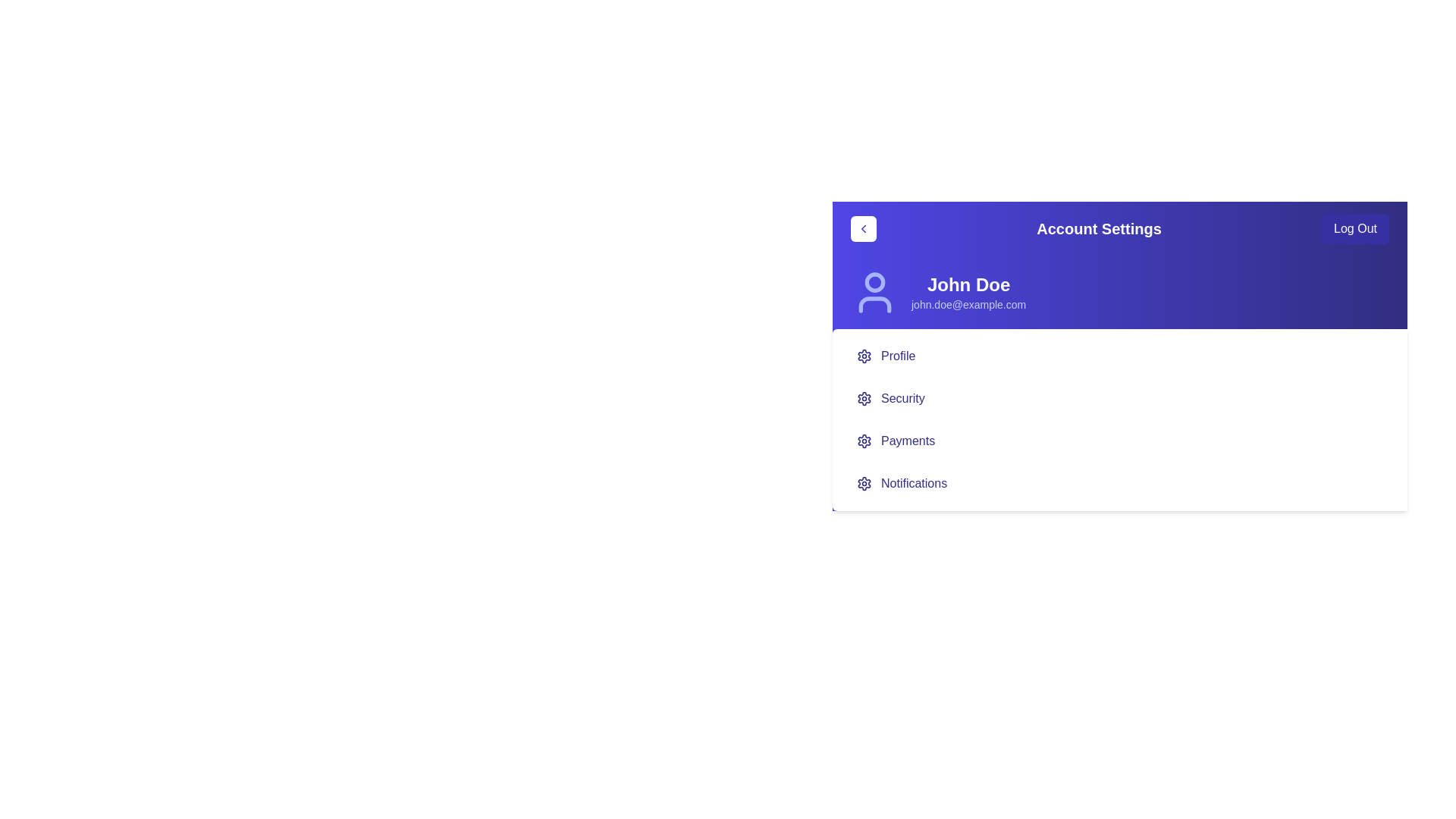  I want to click on the 'Security' text label in bold, indigo font, which is the second item in the vertical list of options in the settings menu panel, so click(902, 397).